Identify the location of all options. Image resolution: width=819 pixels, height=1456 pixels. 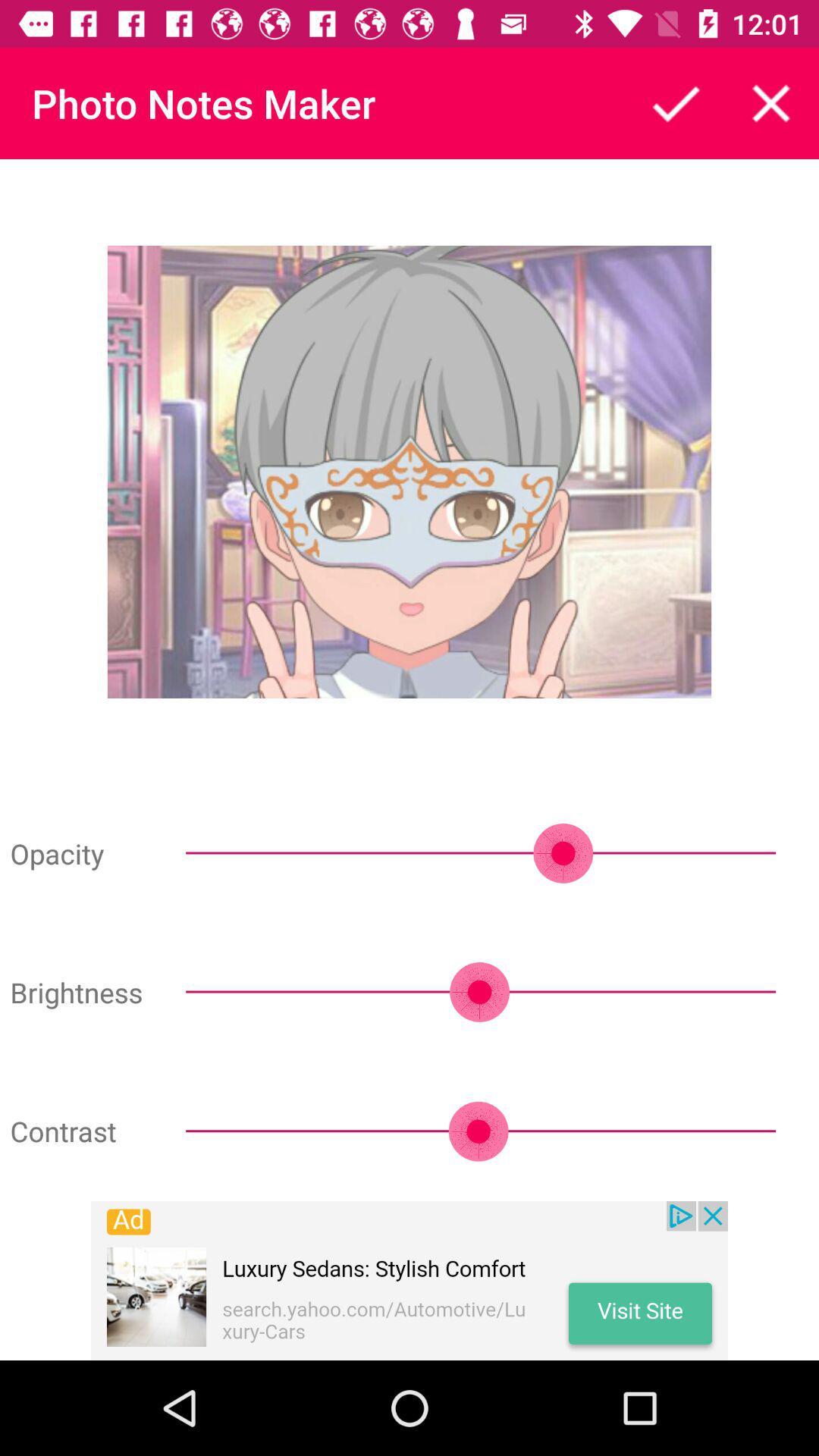
(675, 102).